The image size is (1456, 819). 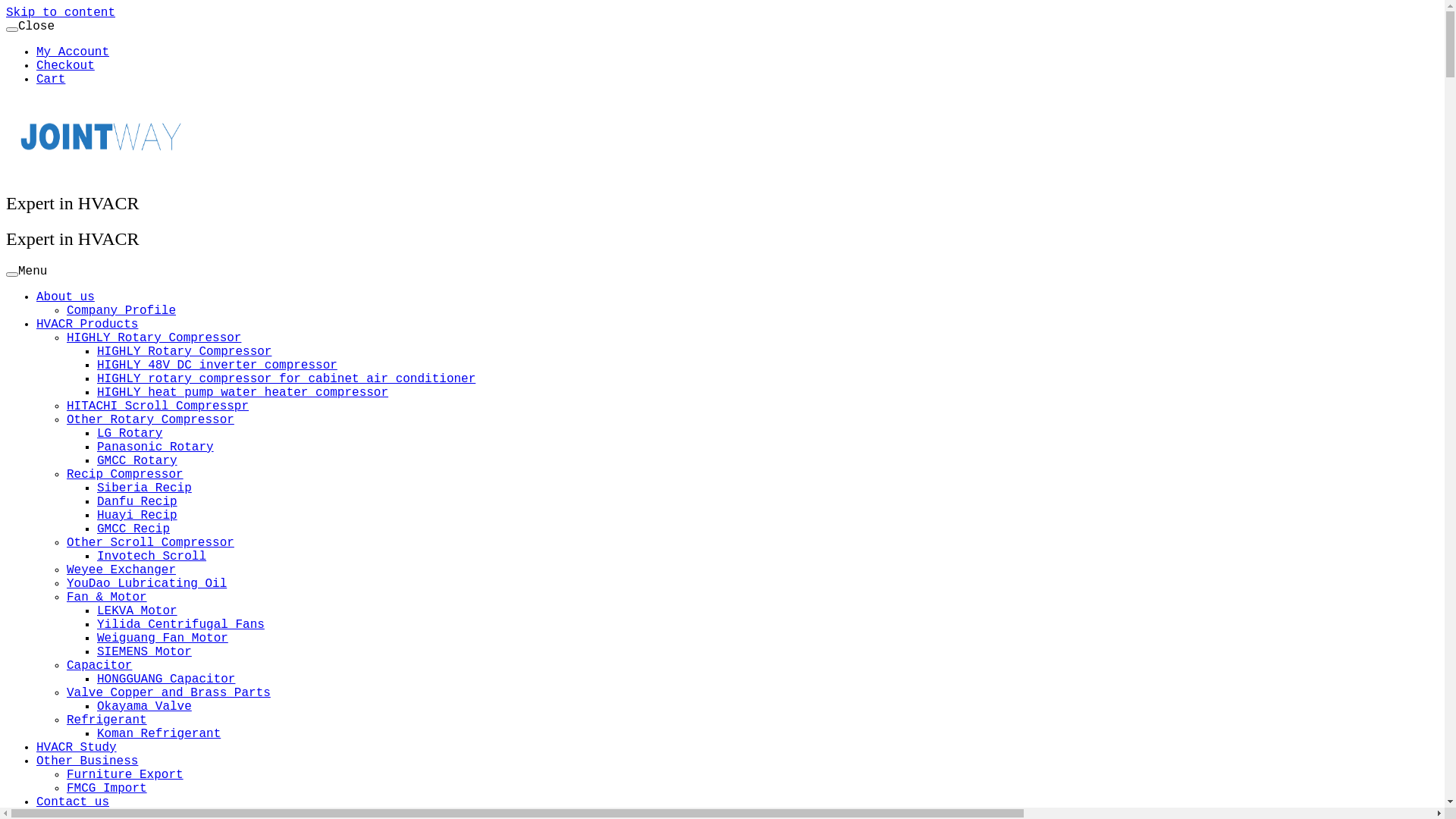 I want to click on 'Danfu Recip', so click(x=137, y=502).